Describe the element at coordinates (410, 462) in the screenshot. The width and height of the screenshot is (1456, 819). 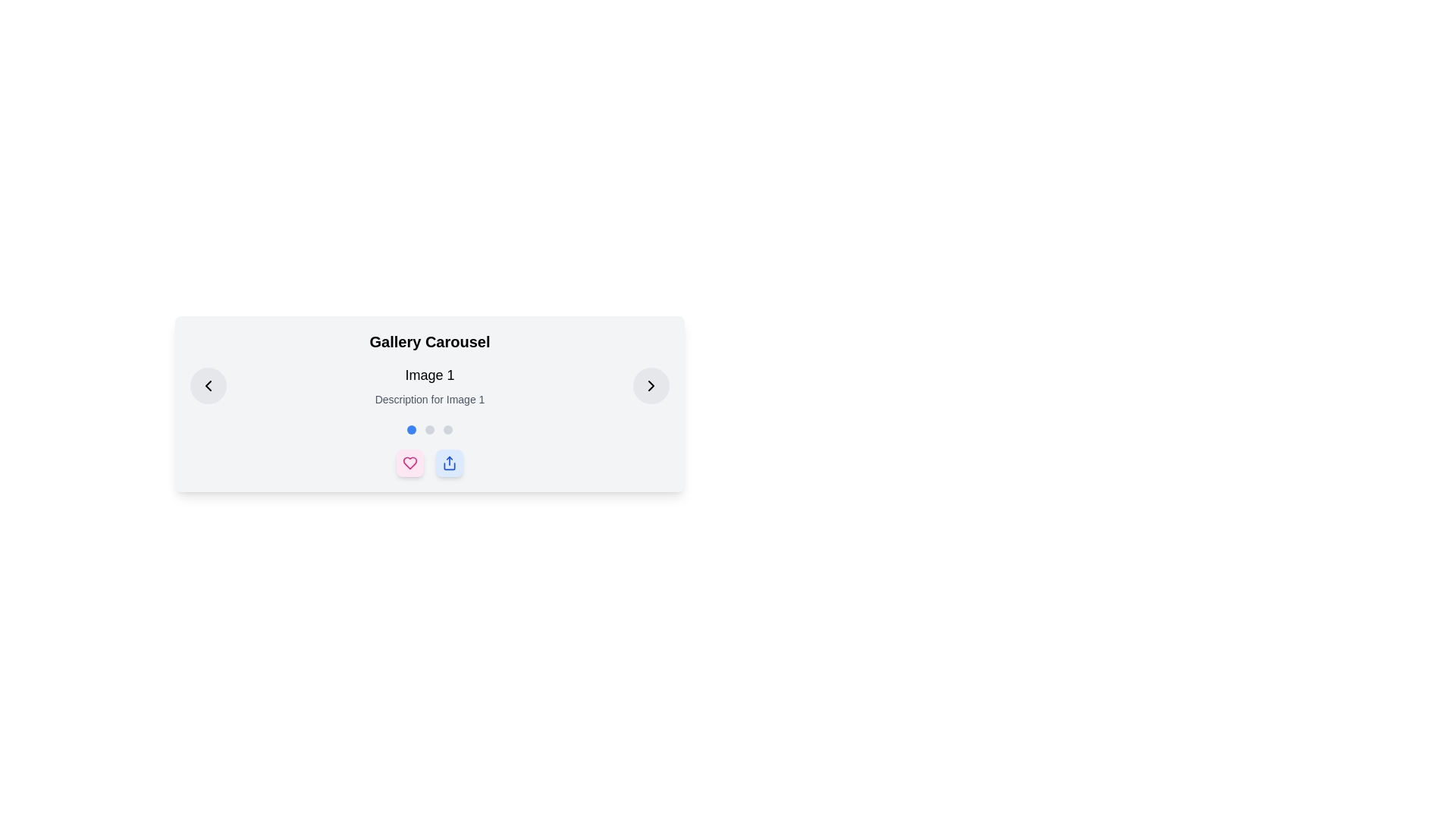
I see `the 'like' button located on the lower section of the panel, which is aligned to the left of a blue button with a share icon` at that location.